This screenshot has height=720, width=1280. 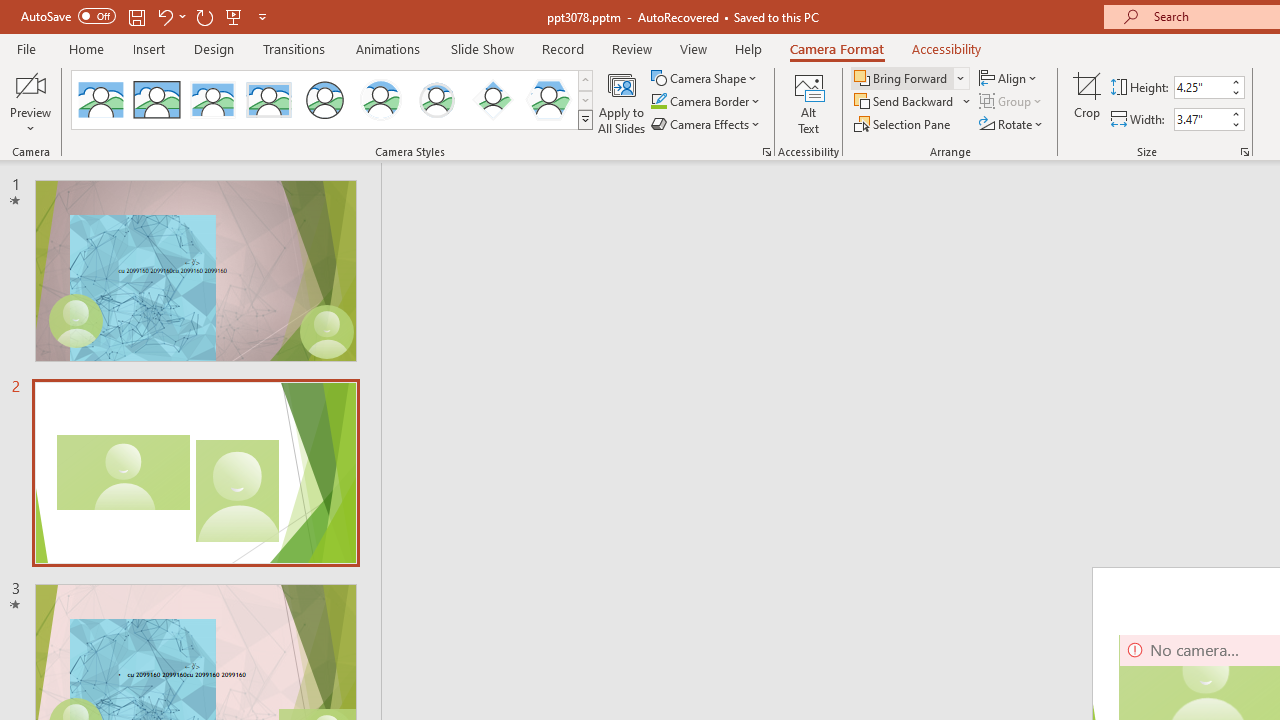 I want to click on 'Enable Camera Preview', so click(x=30, y=84).